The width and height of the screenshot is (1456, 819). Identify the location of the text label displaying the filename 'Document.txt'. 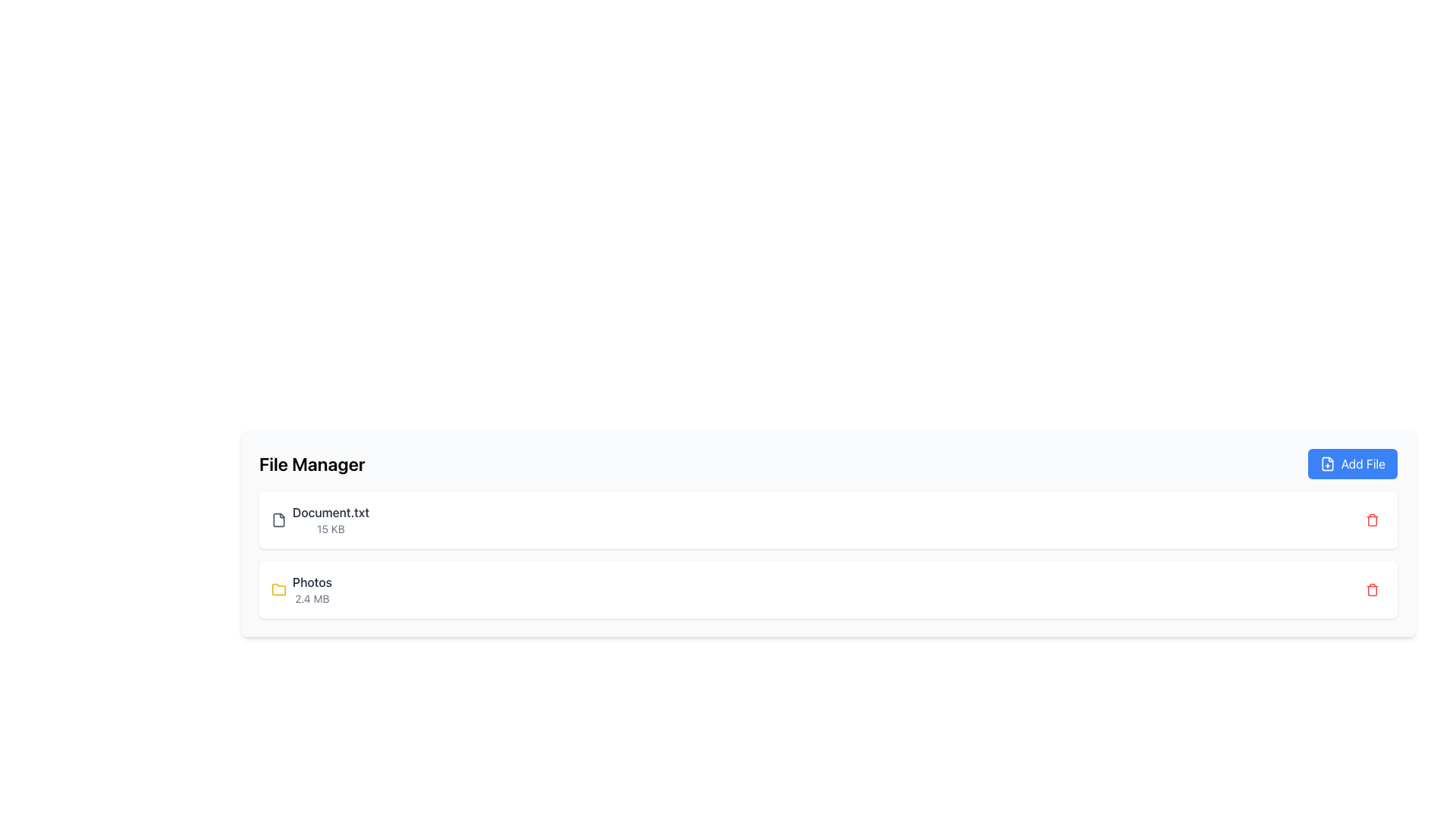
(330, 512).